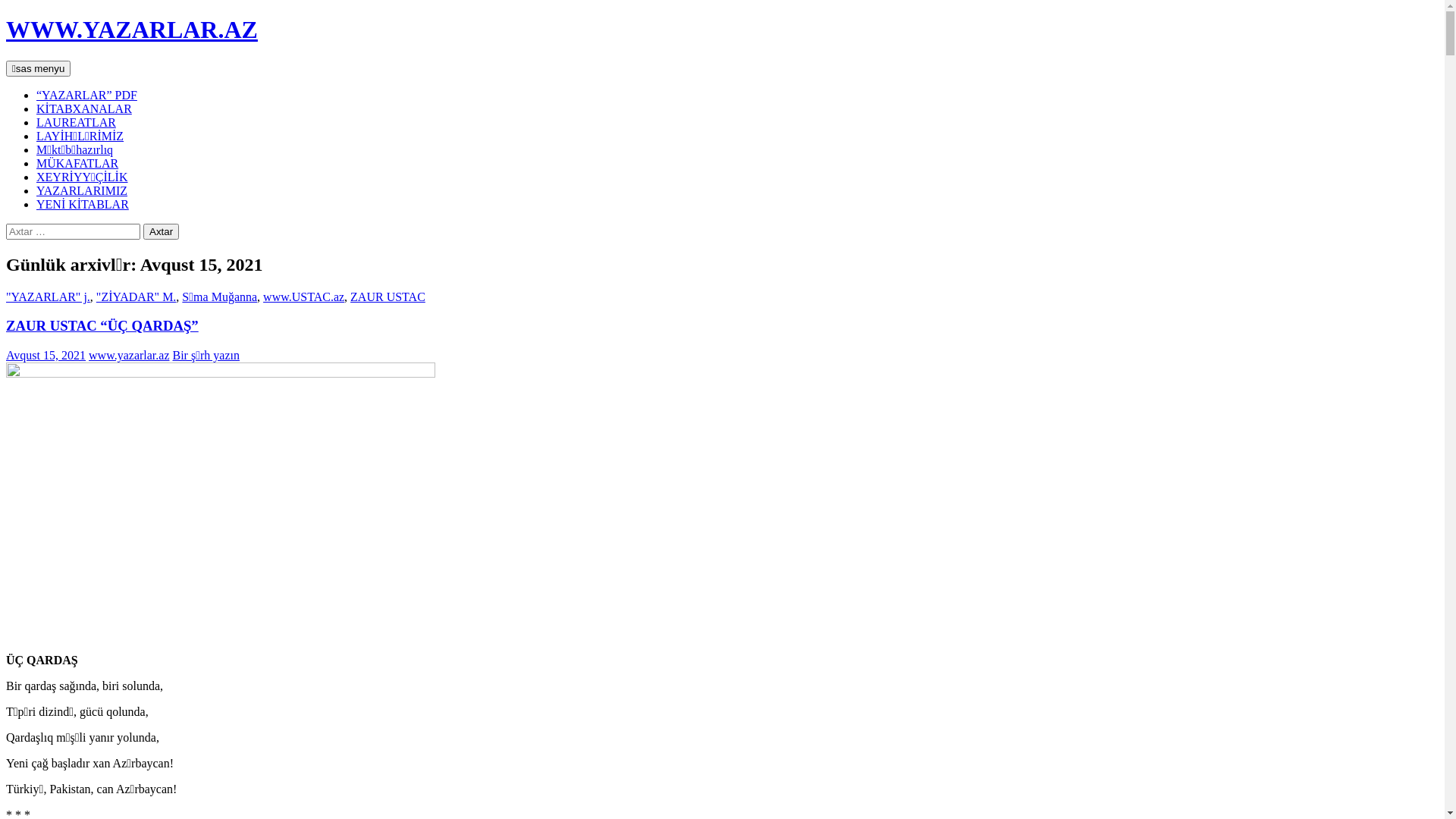 This screenshot has height=819, width=1456. Describe the element at coordinates (161, 231) in the screenshot. I see `'Axtar'` at that location.